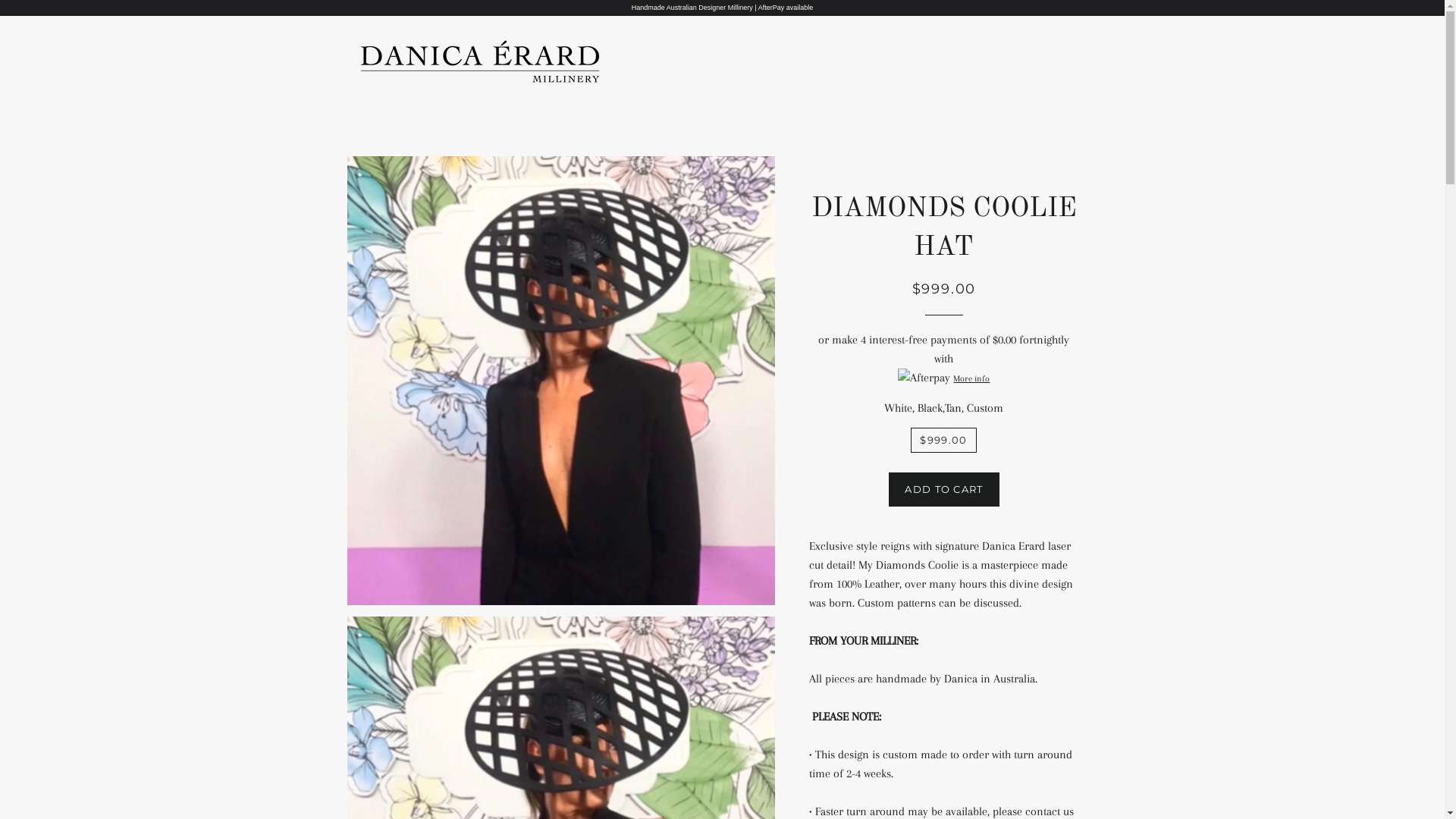 The image size is (1456, 819). What do you see at coordinates (943, 488) in the screenshot?
I see `'ADD TO CART'` at bounding box center [943, 488].